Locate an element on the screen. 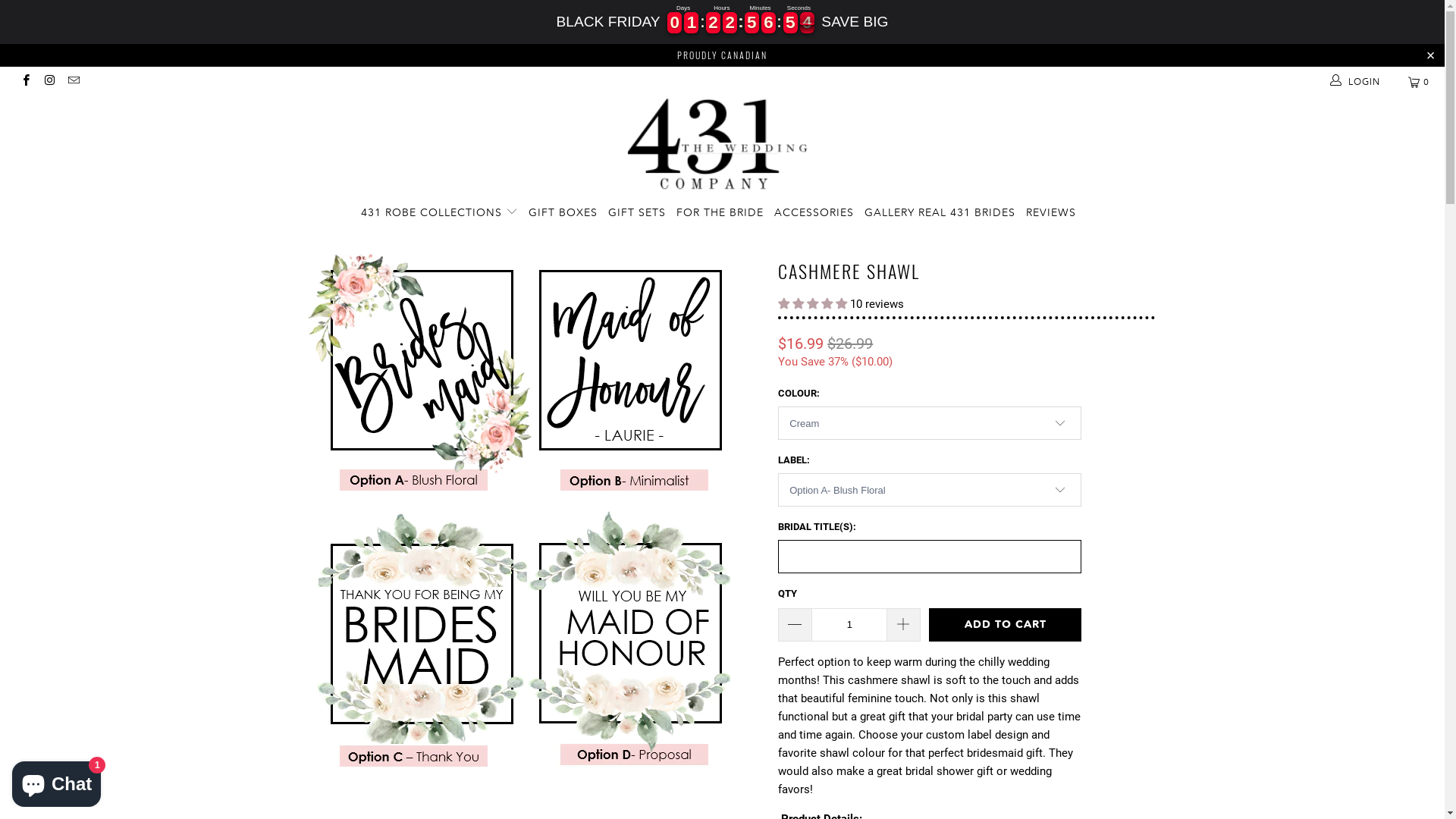  '431 The Wedding Company on Instagram' is located at coordinates (49, 82).